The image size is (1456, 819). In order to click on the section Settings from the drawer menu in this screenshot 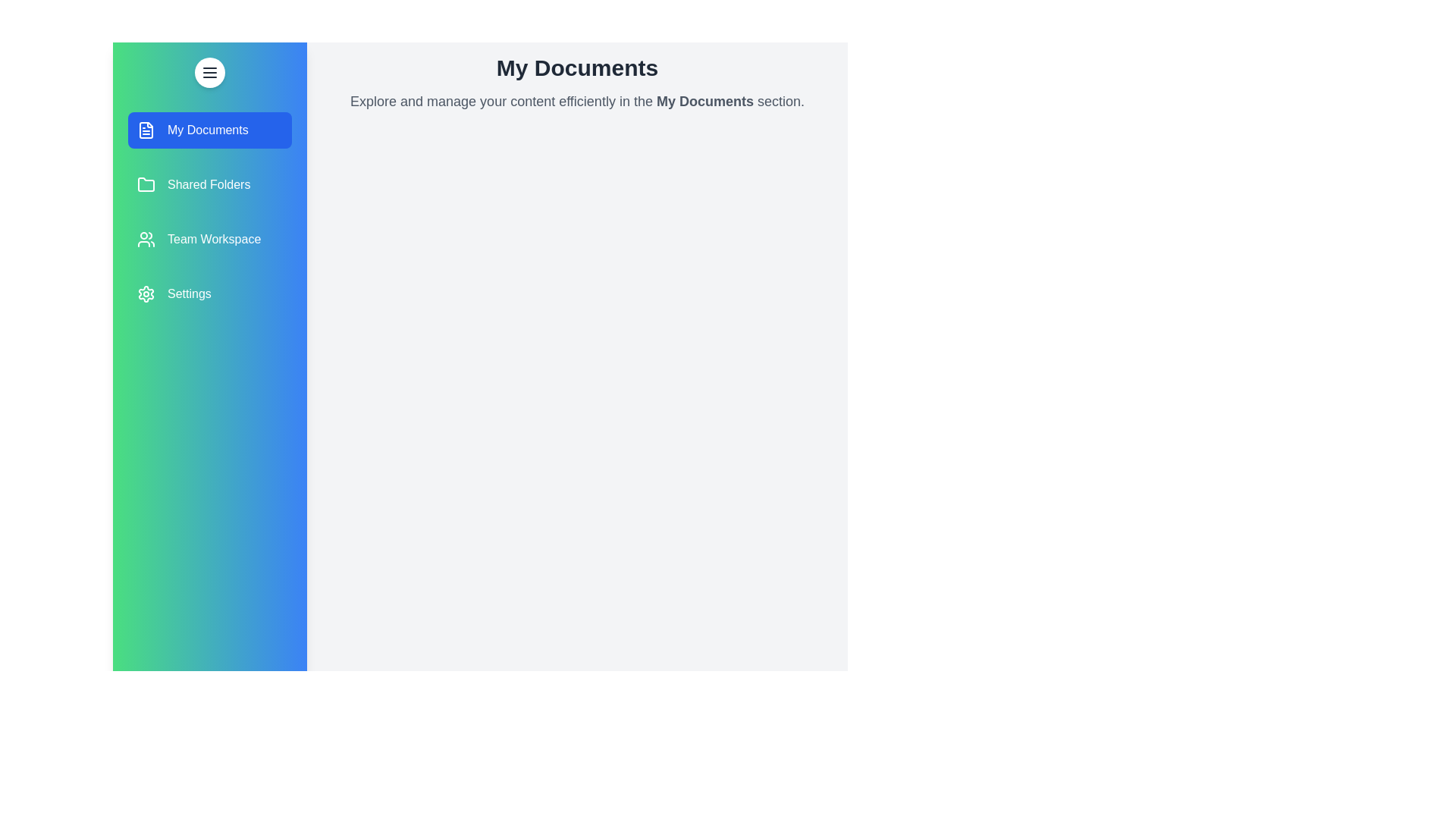, I will do `click(209, 294)`.